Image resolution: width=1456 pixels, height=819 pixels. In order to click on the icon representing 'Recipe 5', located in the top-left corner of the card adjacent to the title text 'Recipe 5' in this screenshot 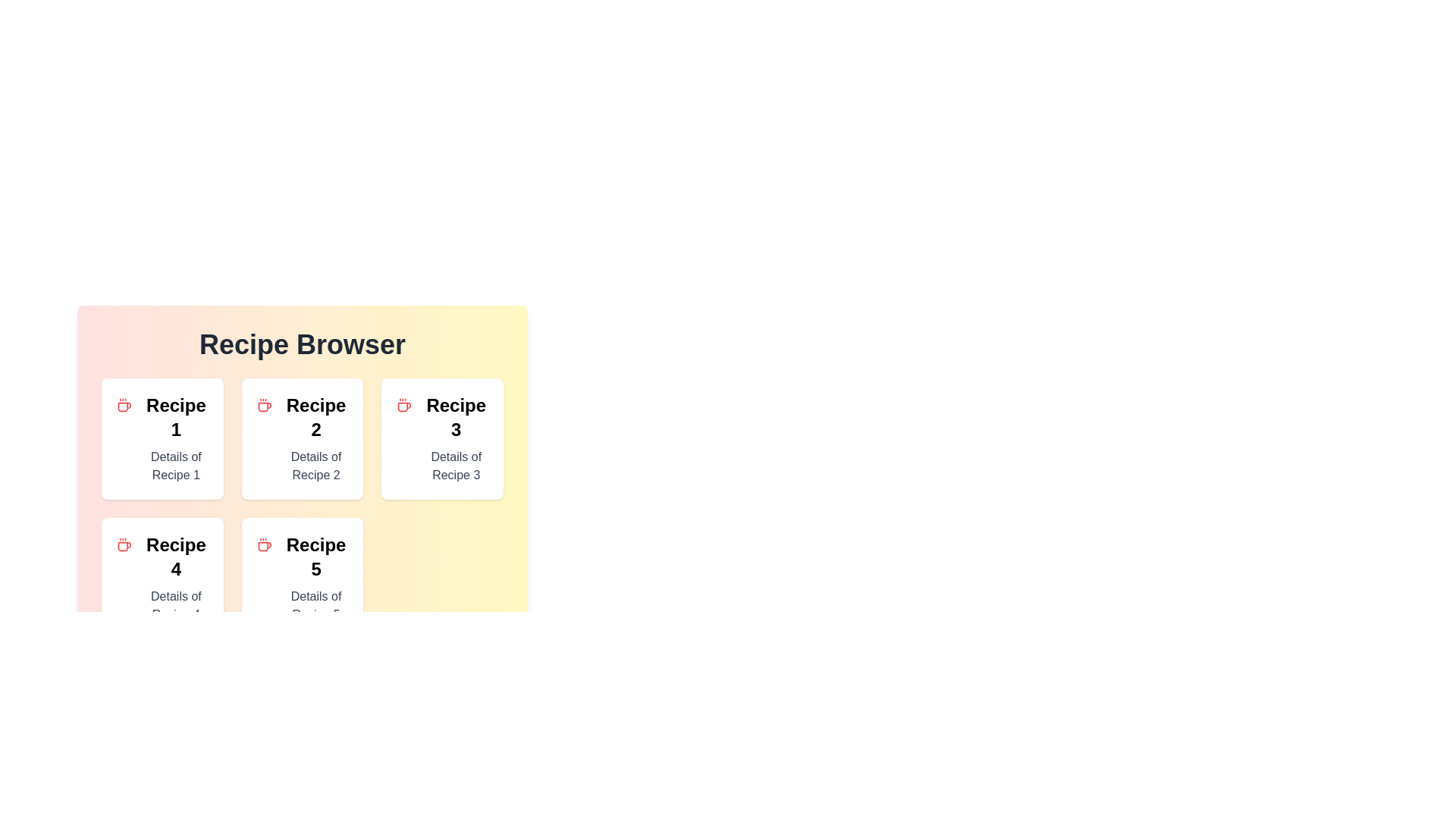, I will do `click(264, 544)`.